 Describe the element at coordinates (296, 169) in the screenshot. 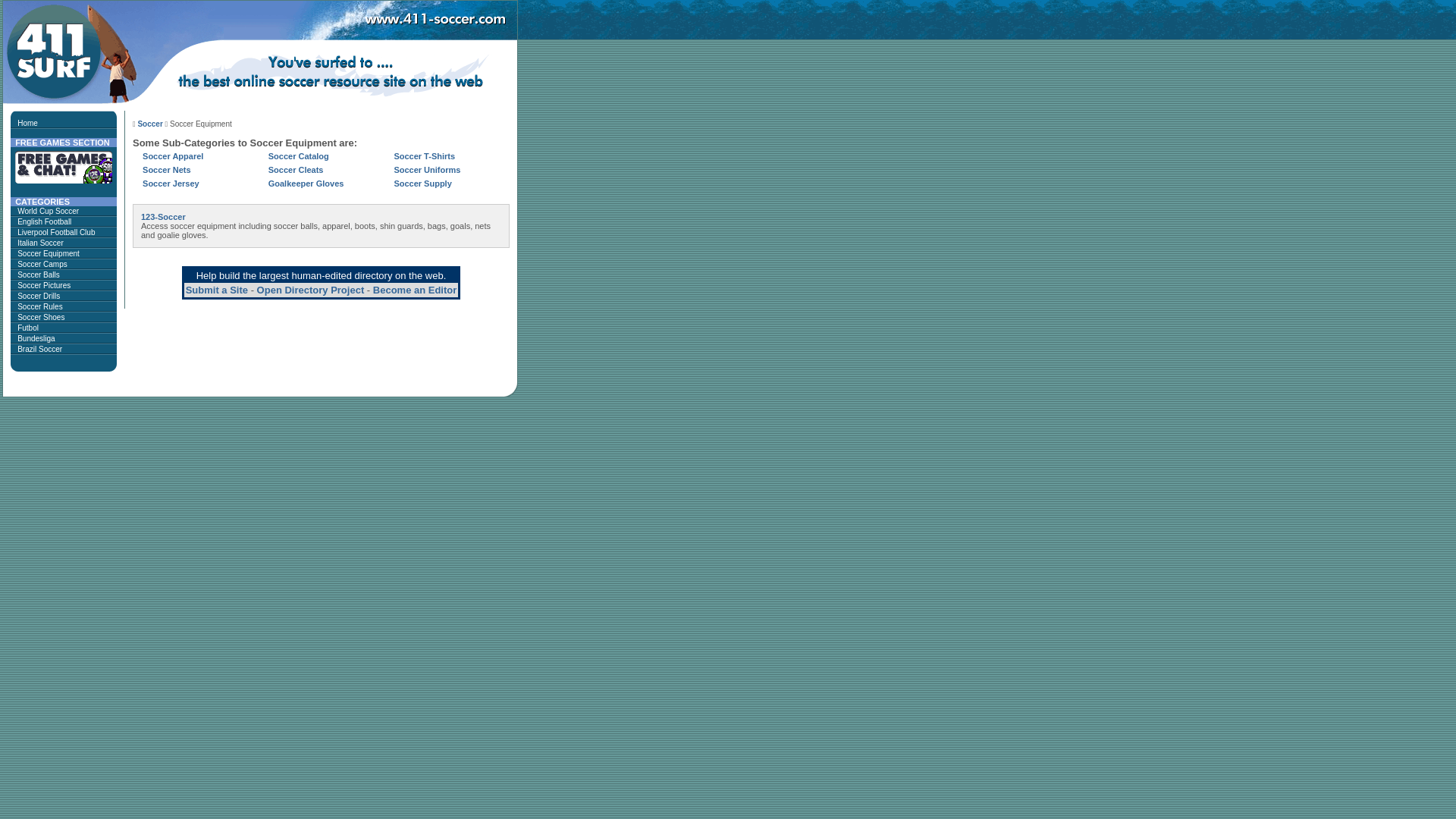

I see `'Soccer Cleats'` at that location.